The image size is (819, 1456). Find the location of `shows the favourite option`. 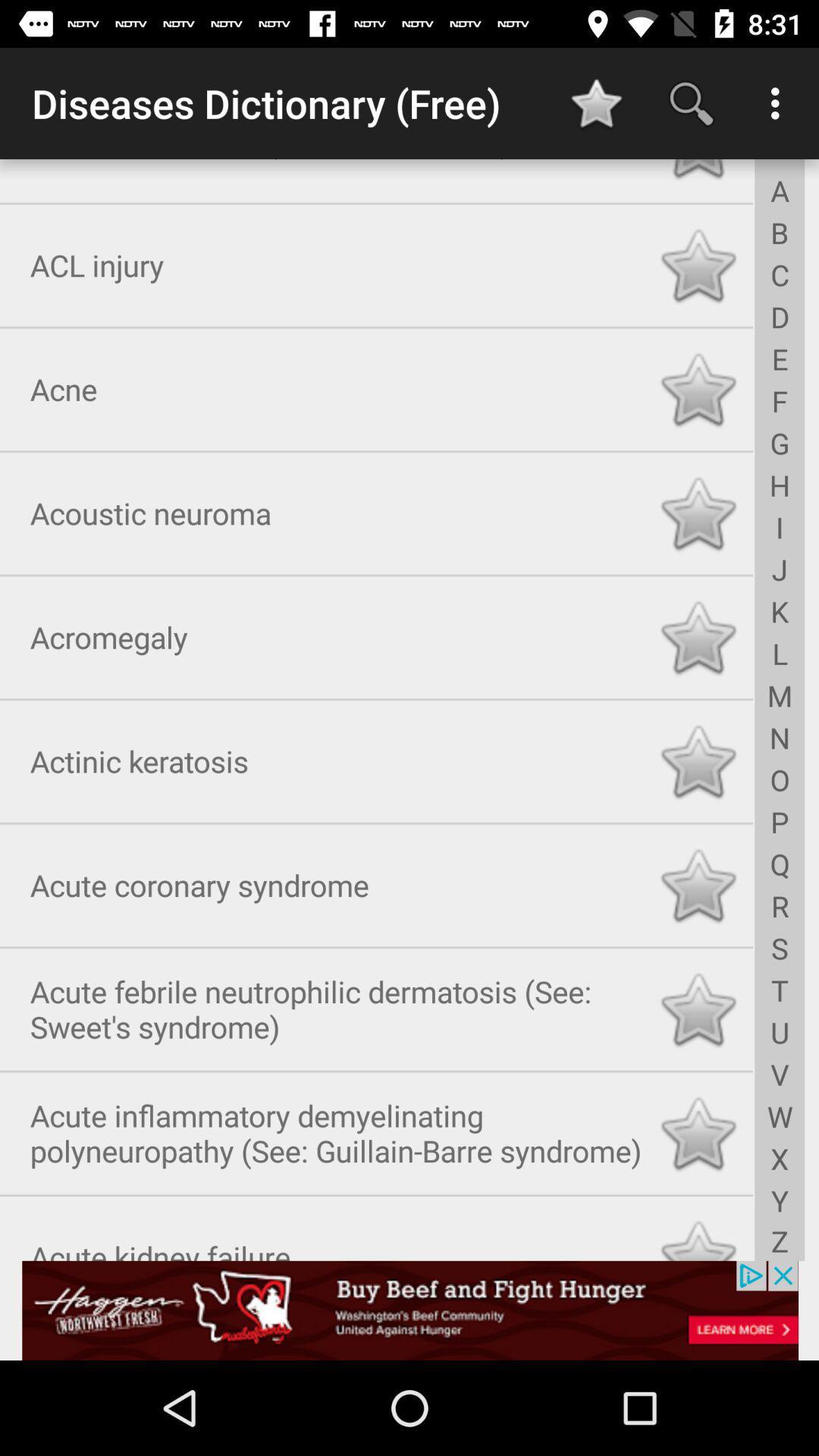

shows the favourite option is located at coordinates (698, 262).